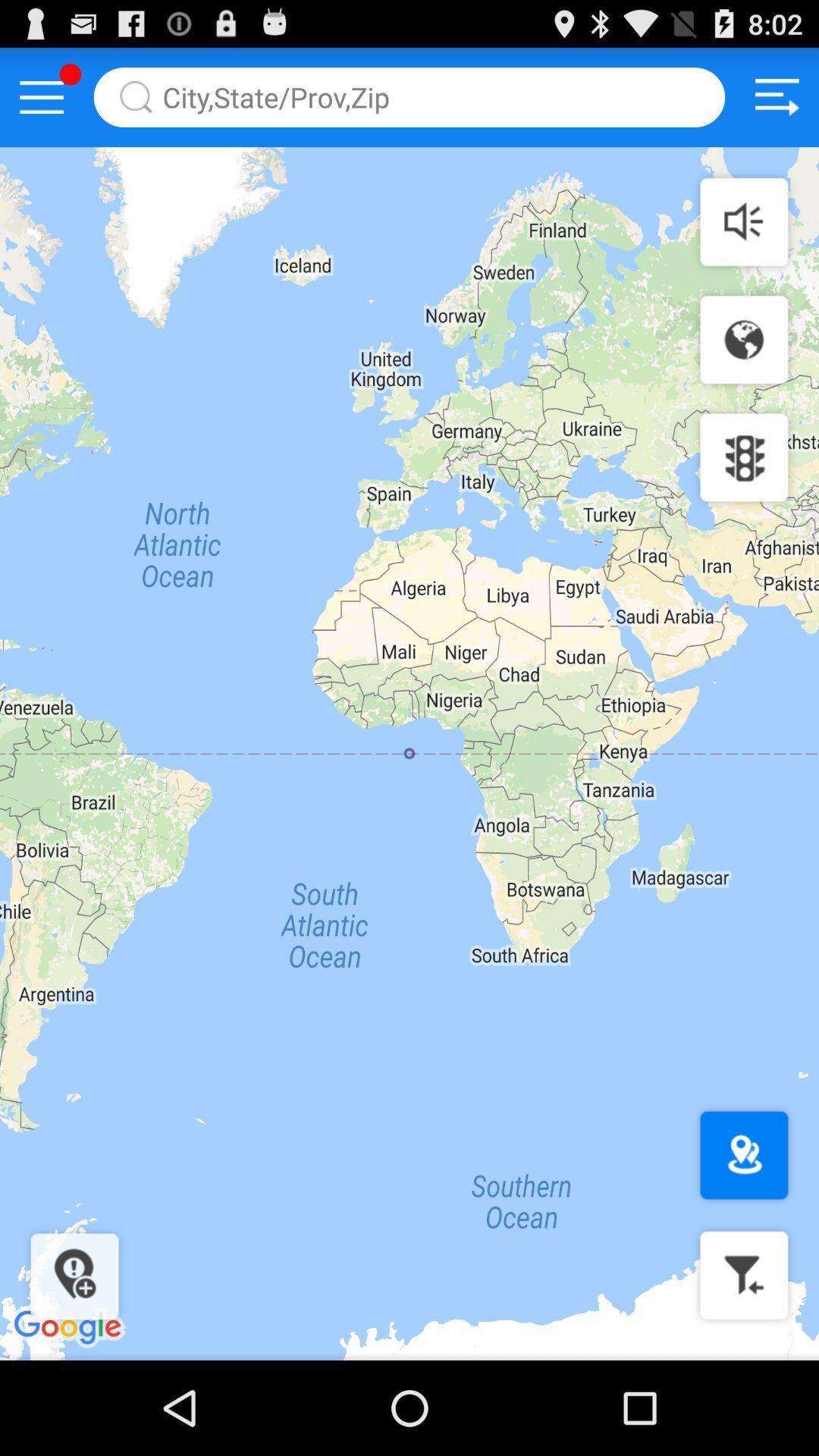  I want to click on places, so click(743, 1154).